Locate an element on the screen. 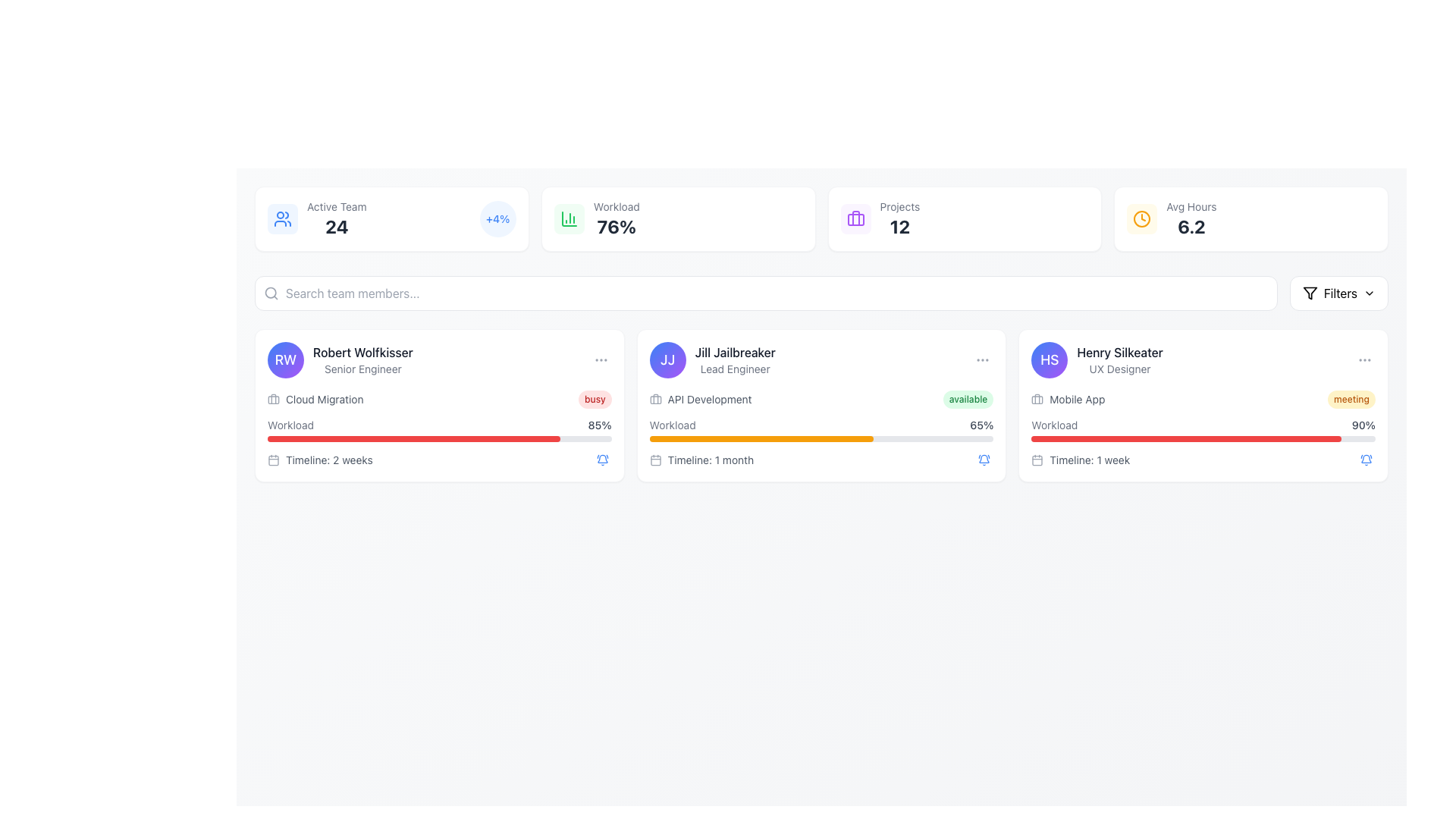 Image resolution: width=1456 pixels, height=819 pixels. the 'Projects' metric display card, which is the third card in a row of metric cards is located at coordinates (964, 219).